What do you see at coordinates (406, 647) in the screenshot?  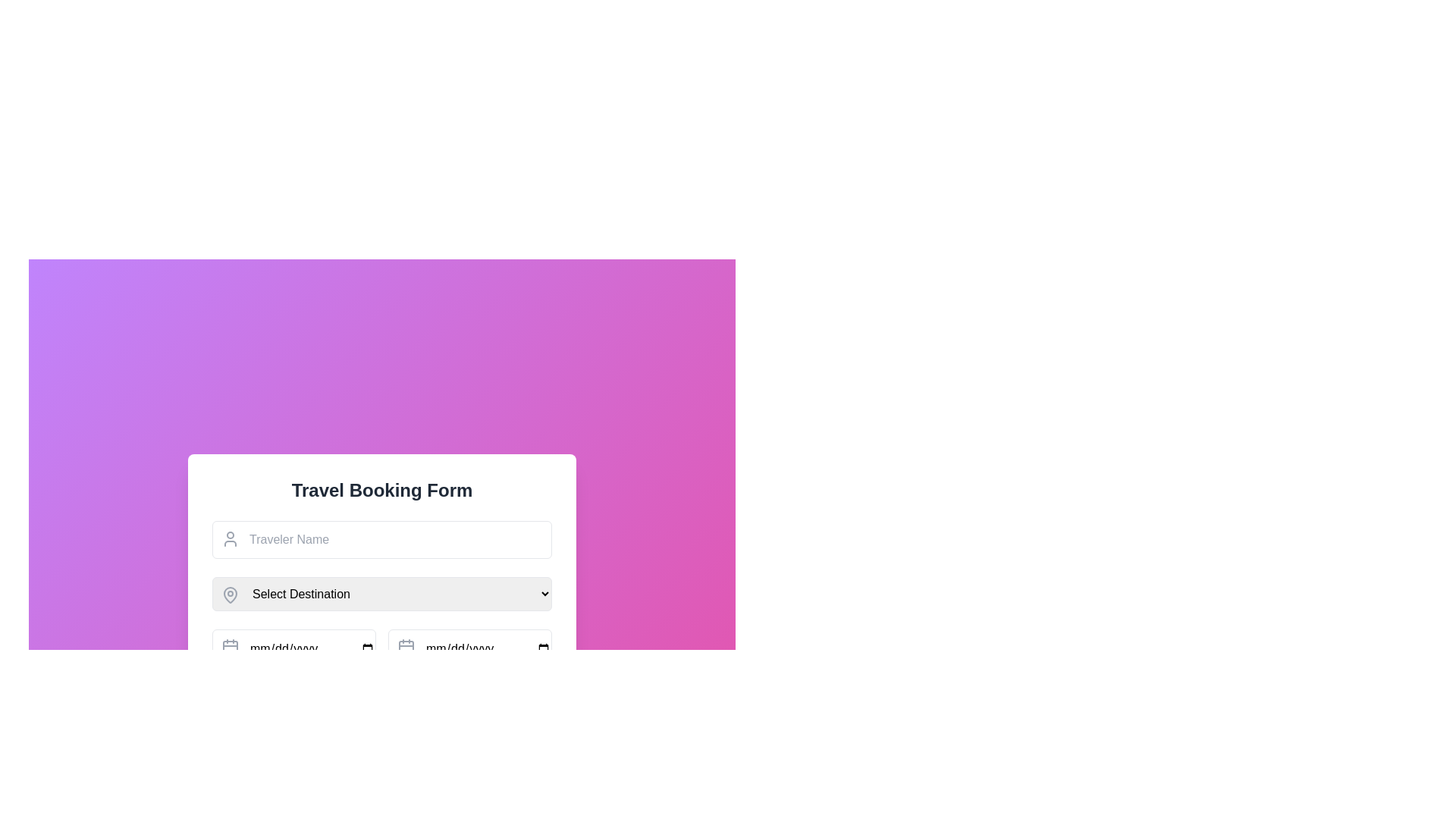 I see `the date selection icon located on the left side of the end date input field in the travel booking form` at bounding box center [406, 647].